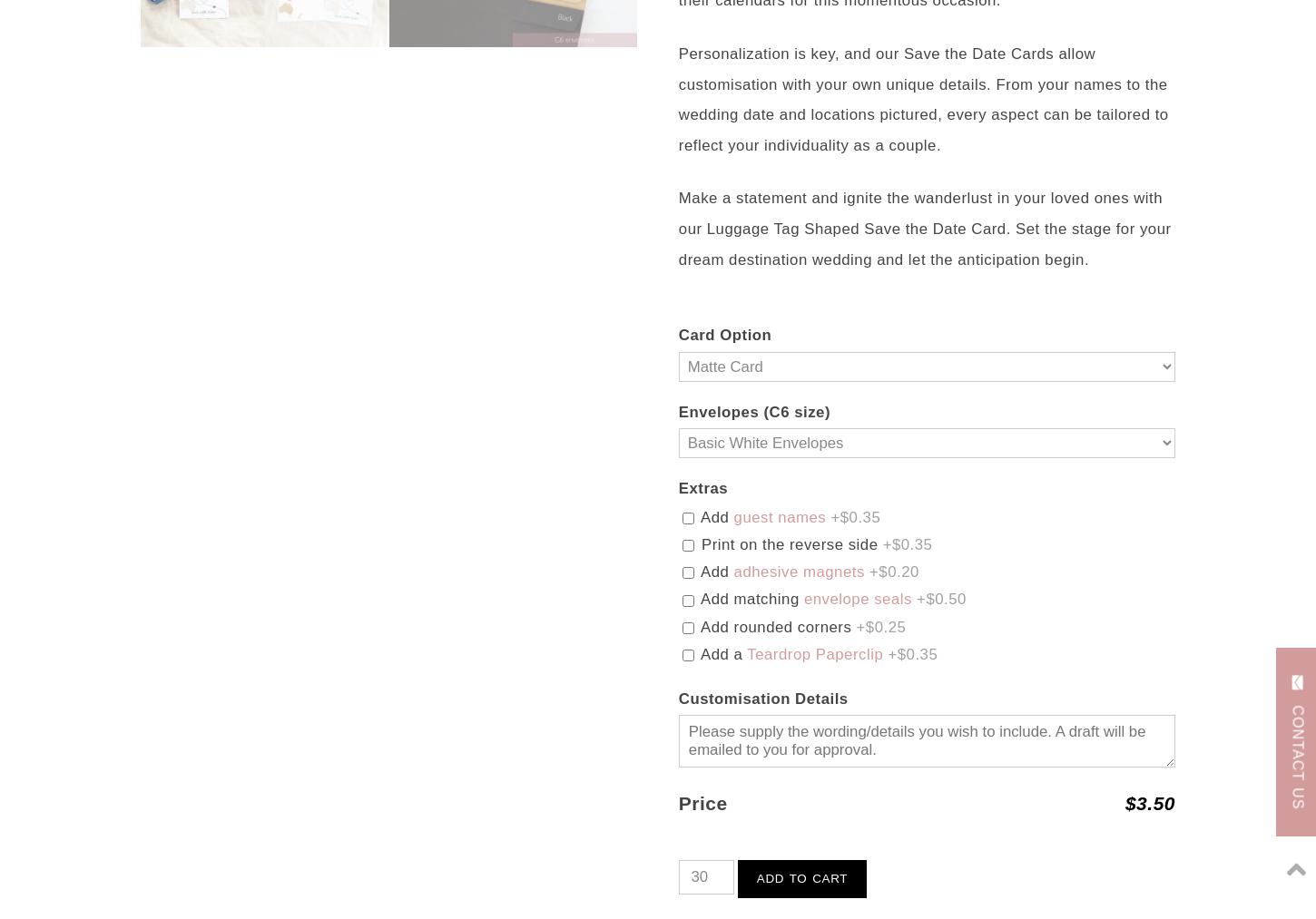  I want to click on 'Add to cart', so click(800, 878).